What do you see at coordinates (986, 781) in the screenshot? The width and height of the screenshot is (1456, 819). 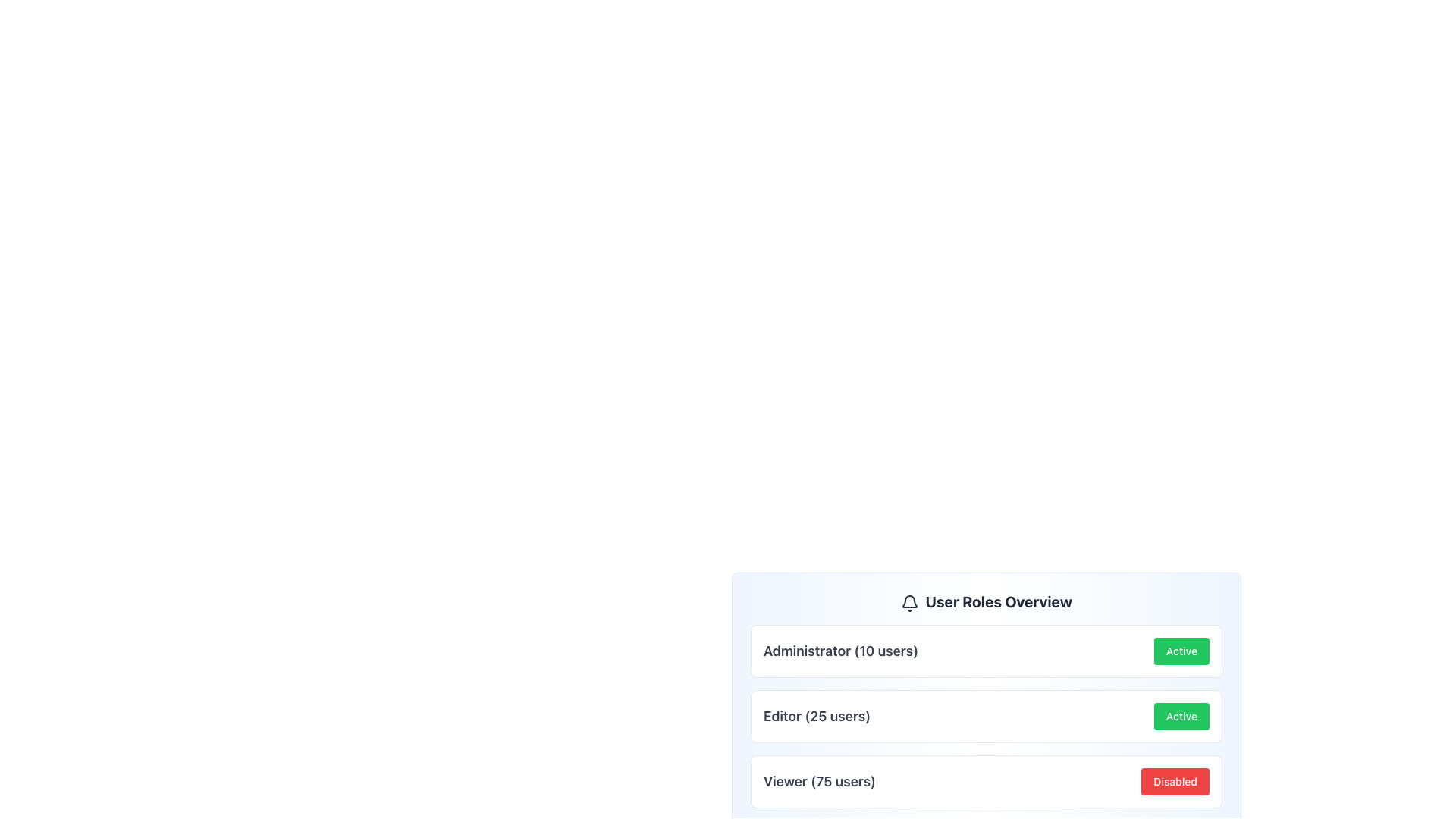 I see `the informational component labeled 'Viewer (75 users)' with a red button labeled 'Disabled', which is the last element in a vertically stacked layout` at bounding box center [986, 781].